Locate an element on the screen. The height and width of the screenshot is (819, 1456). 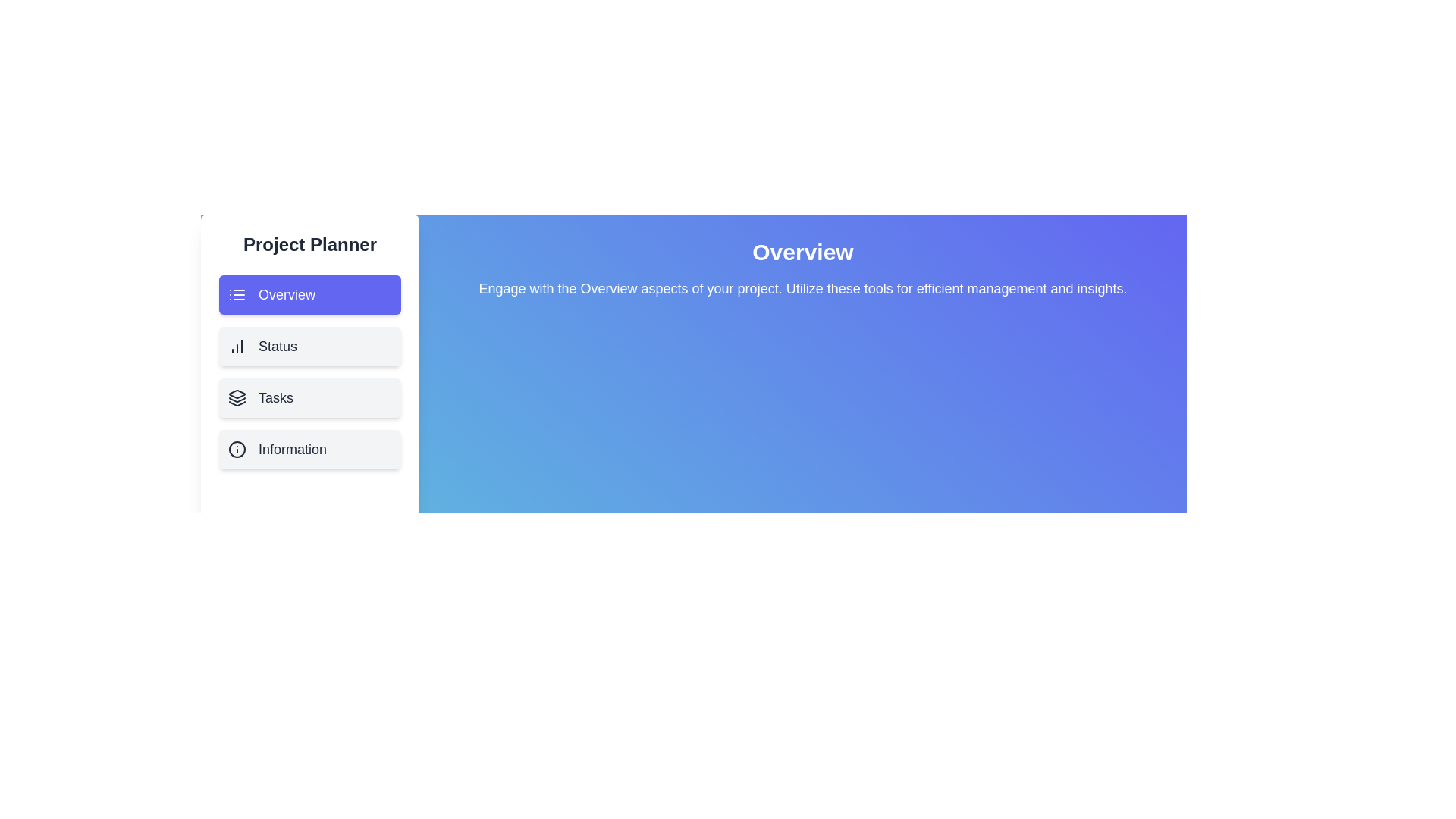
the menu item Overview to observe its hover effect is located at coordinates (309, 295).